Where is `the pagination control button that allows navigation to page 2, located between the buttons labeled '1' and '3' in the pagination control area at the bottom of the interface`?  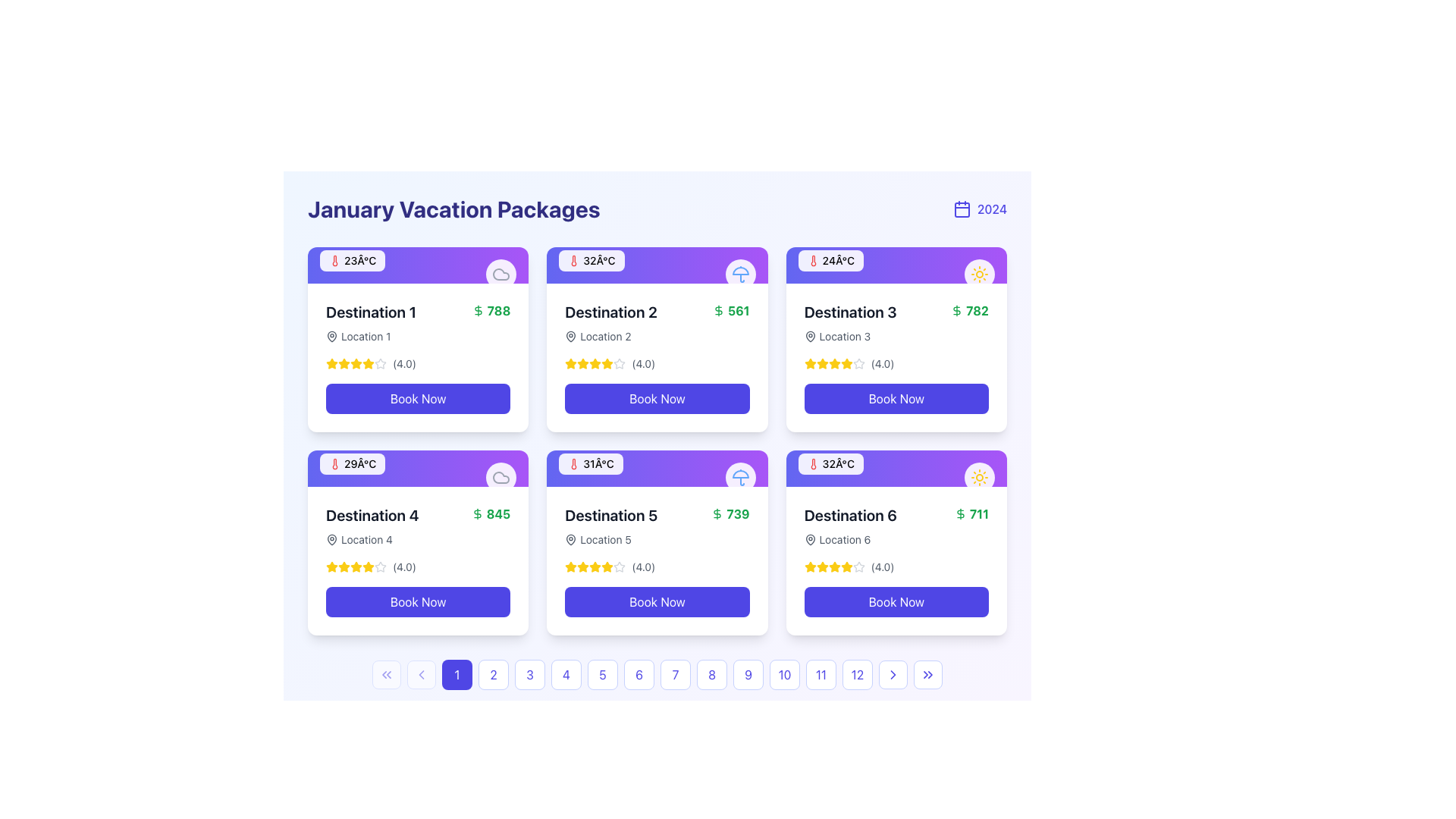
the pagination control button that allows navigation to page 2, located between the buttons labeled '1' and '3' in the pagination control area at the bottom of the interface is located at coordinates (494, 674).